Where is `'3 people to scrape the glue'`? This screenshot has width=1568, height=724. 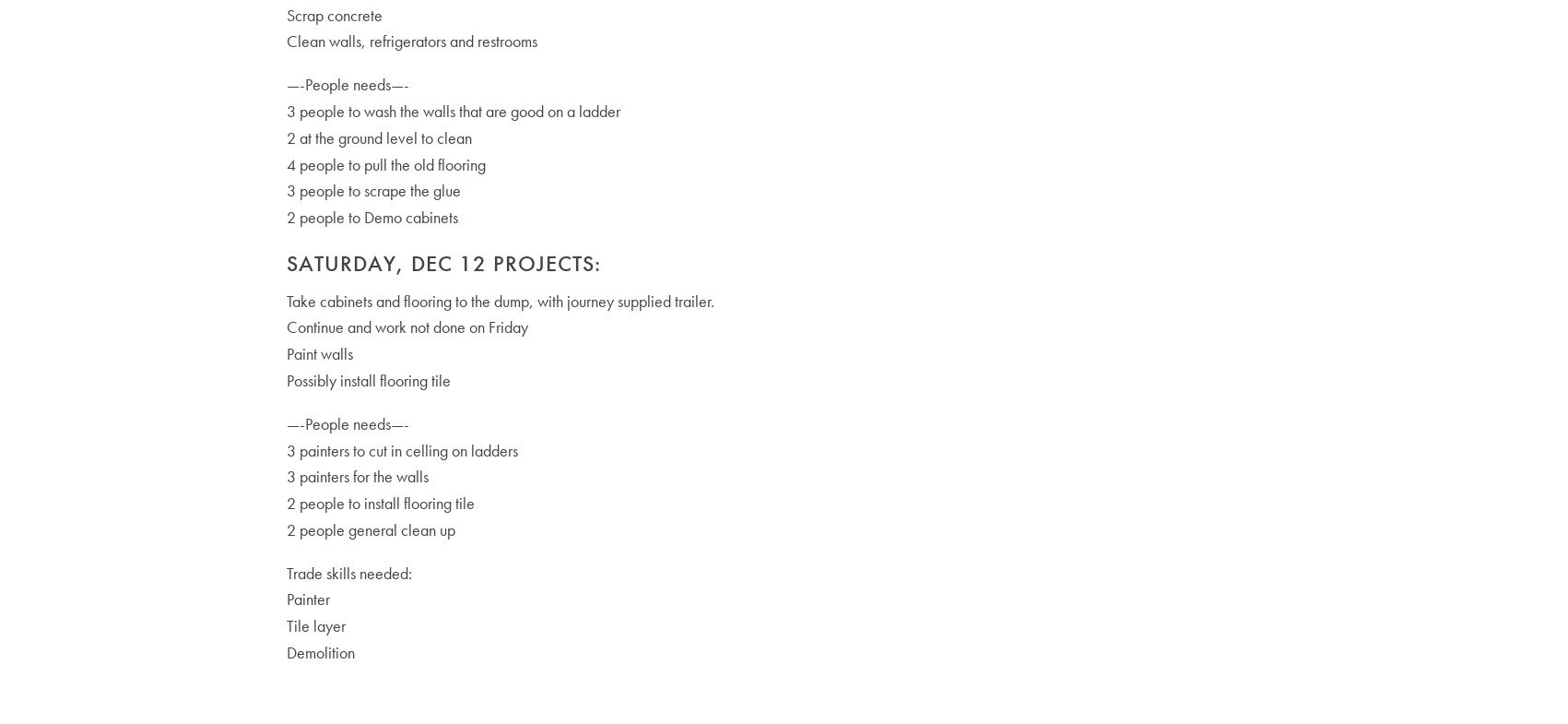
'3 people to scrape the glue' is located at coordinates (285, 189).